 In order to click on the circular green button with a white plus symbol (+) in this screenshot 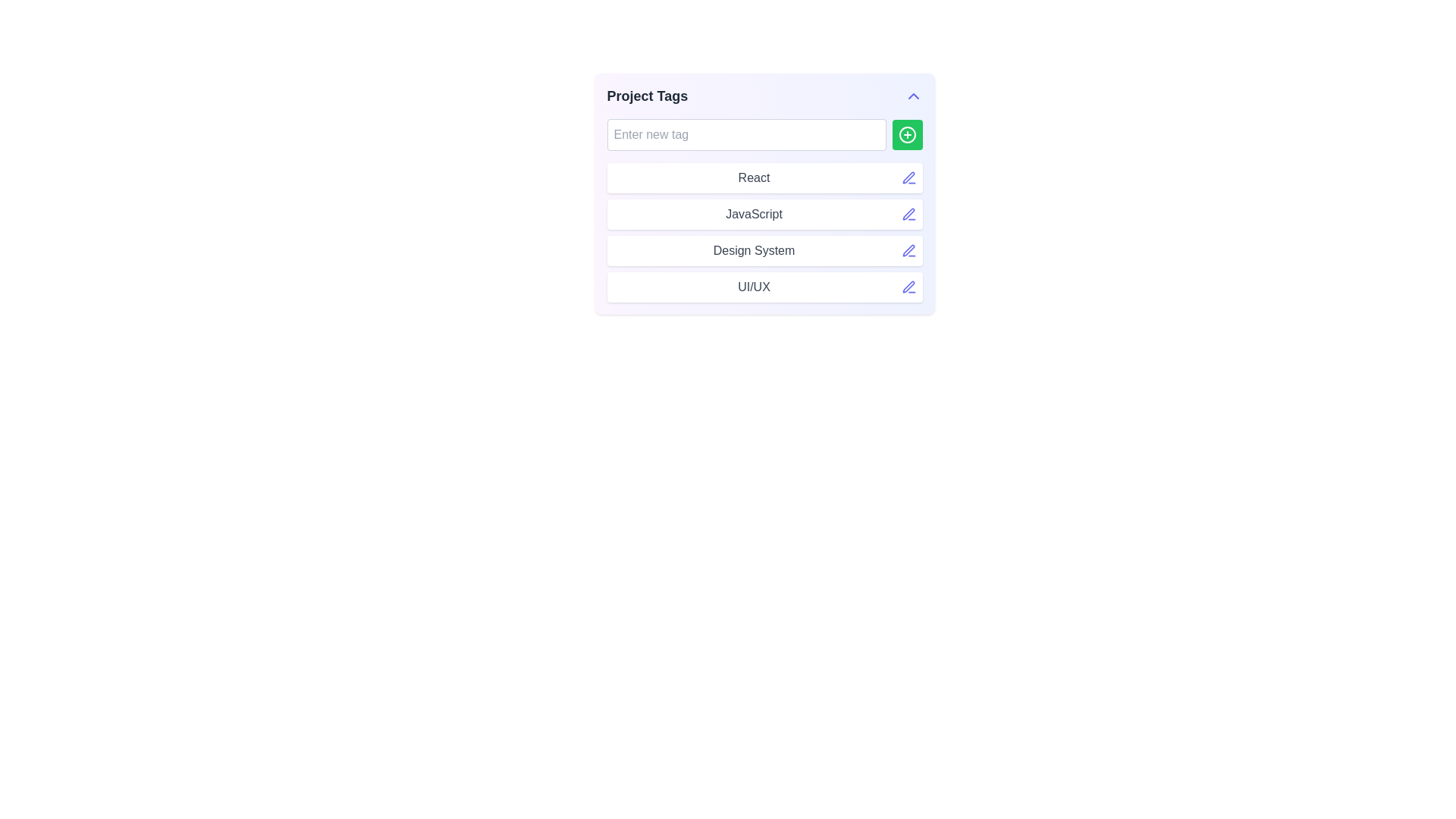, I will do `click(907, 133)`.